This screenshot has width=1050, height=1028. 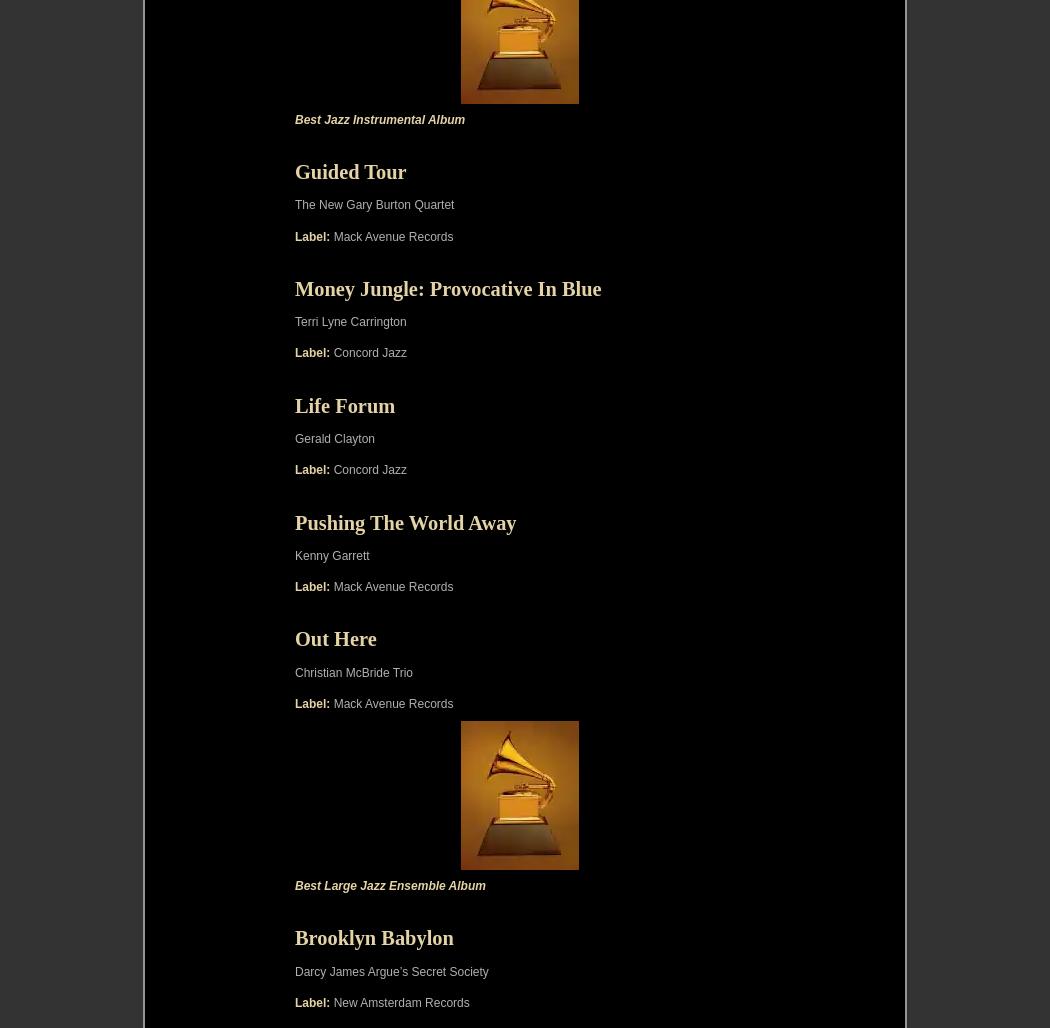 What do you see at coordinates (335, 638) in the screenshot?
I see `'Out Here'` at bounding box center [335, 638].